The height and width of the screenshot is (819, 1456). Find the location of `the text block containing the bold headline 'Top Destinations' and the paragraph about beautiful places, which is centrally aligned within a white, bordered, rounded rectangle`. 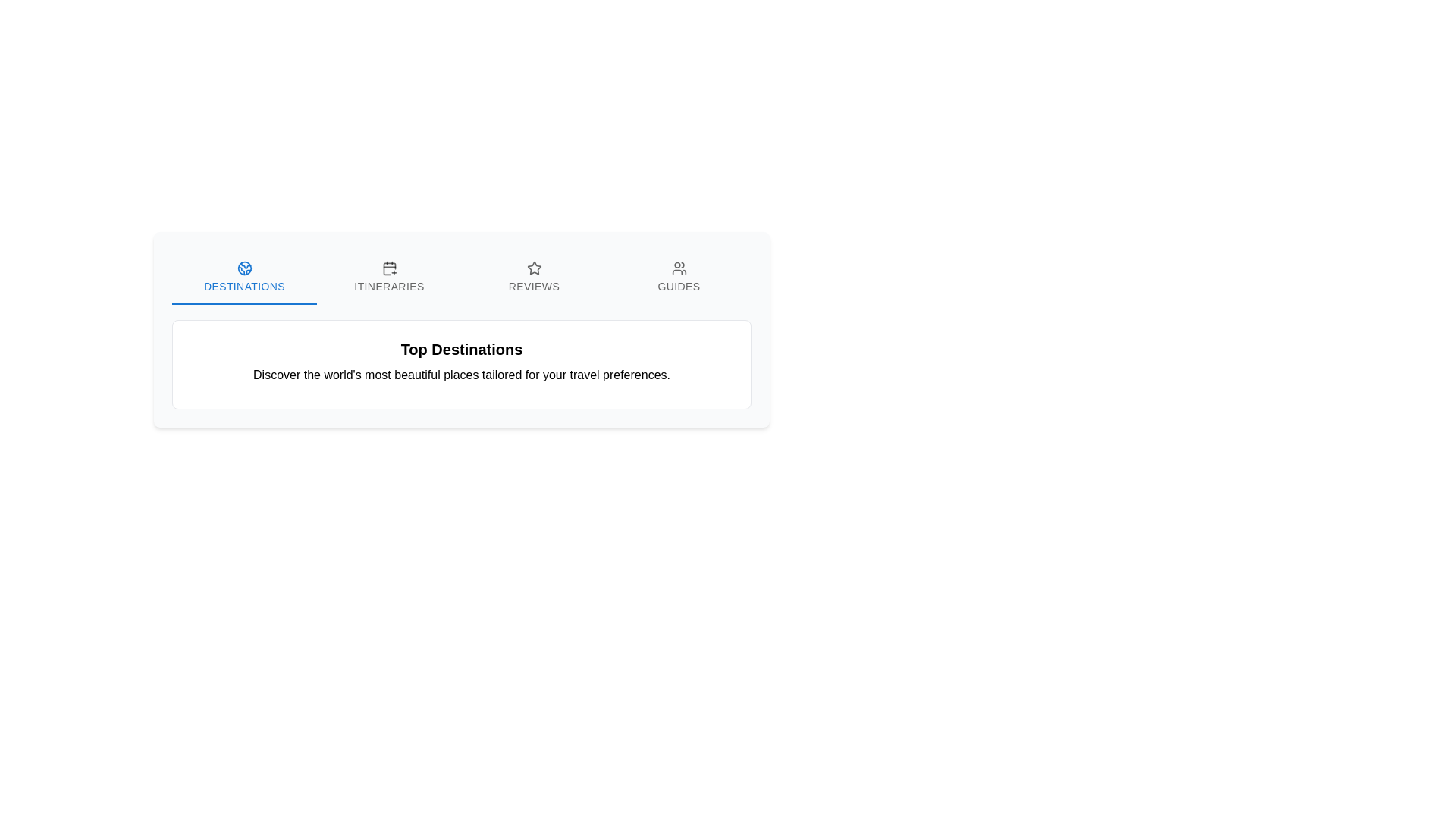

the text block containing the bold headline 'Top Destinations' and the paragraph about beautiful places, which is centrally aligned within a white, bordered, rounded rectangle is located at coordinates (461, 362).